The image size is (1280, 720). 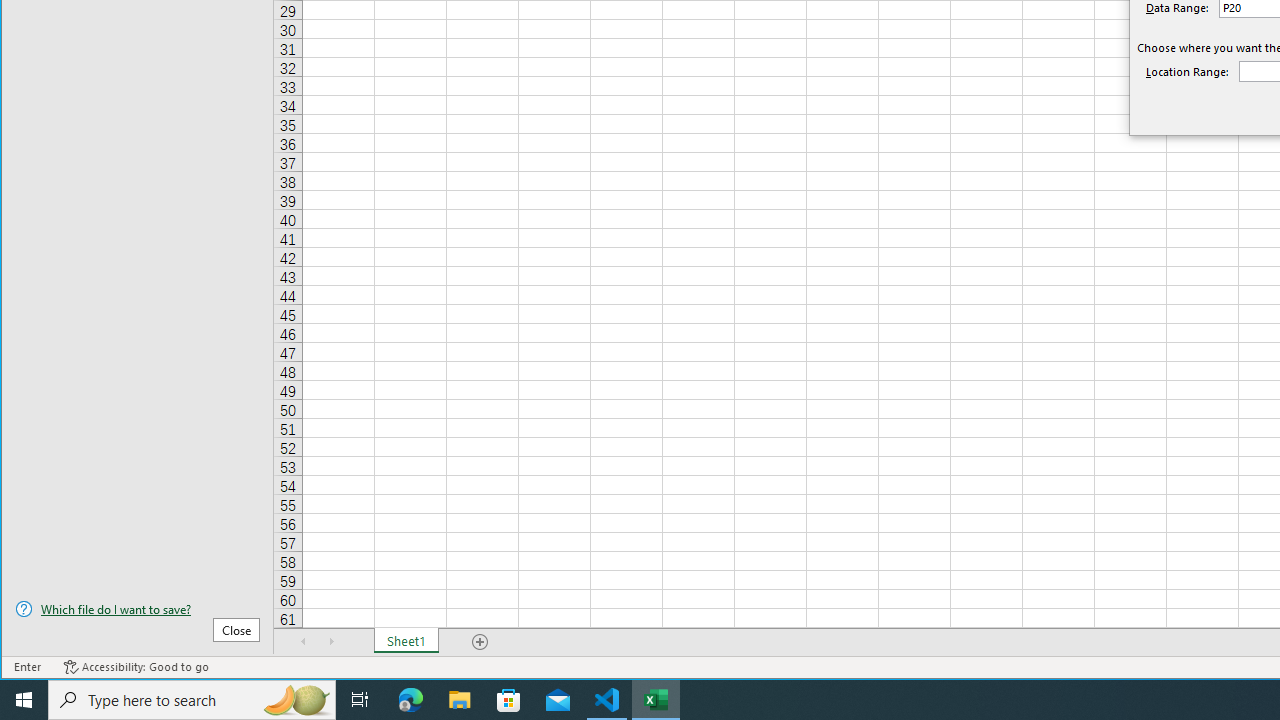 I want to click on 'Sheet1', so click(x=405, y=641).